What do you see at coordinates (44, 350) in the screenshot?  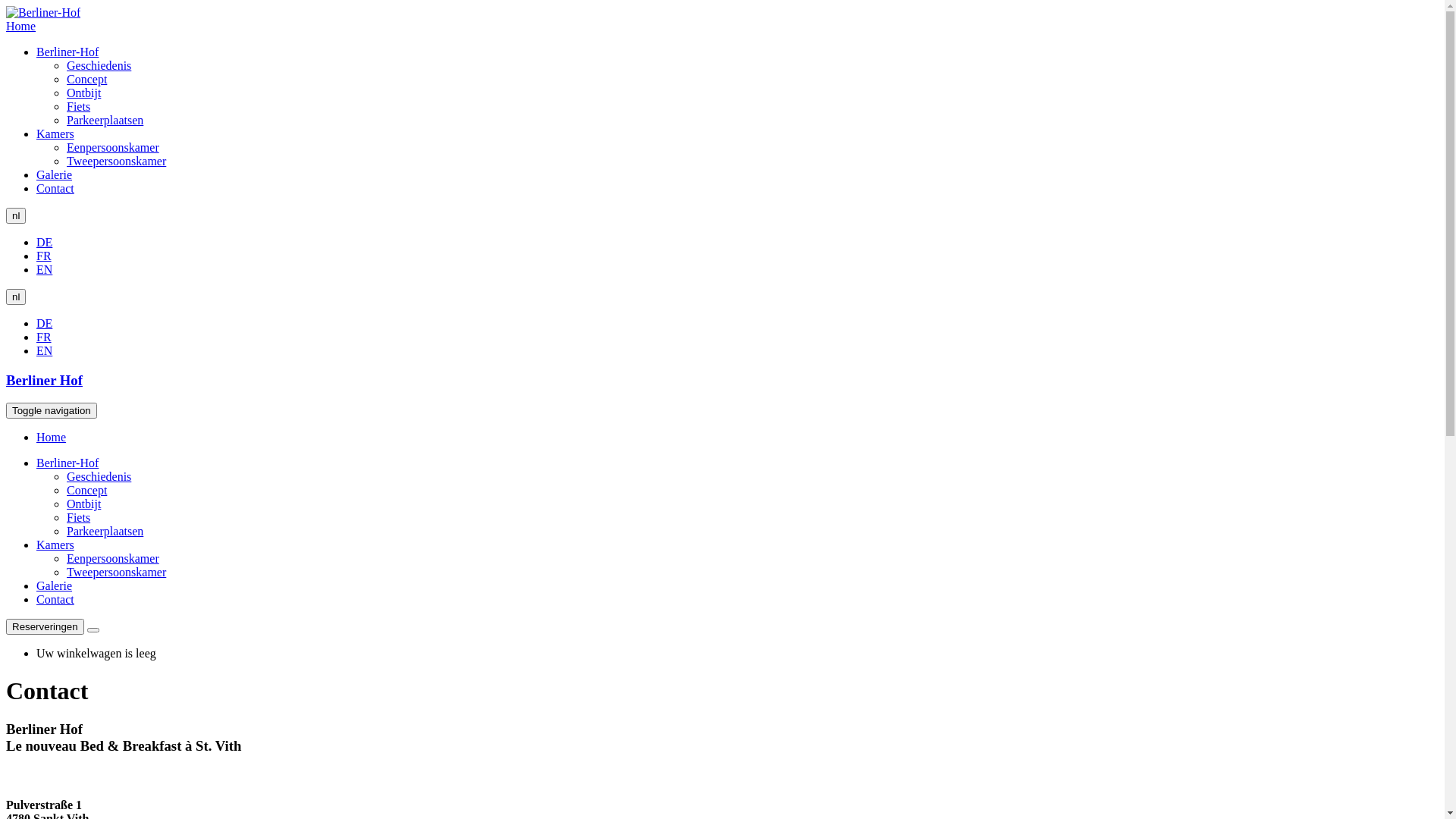 I see `'EN'` at bounding box center [44, 350].